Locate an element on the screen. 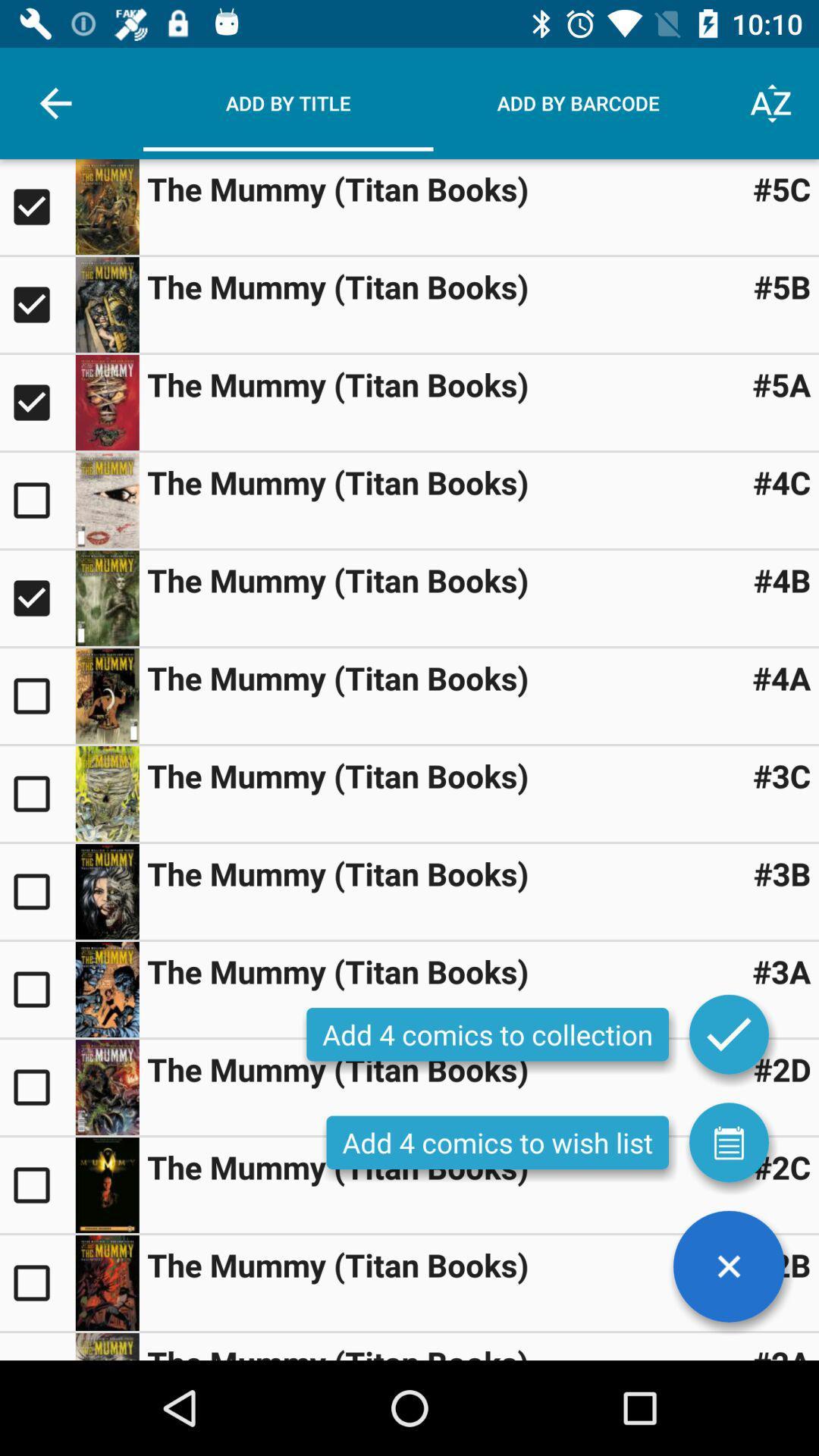 Image resolution: width=819 pixels, height=1456 pixels. the #5a icon is located at coordinates (781, 384).